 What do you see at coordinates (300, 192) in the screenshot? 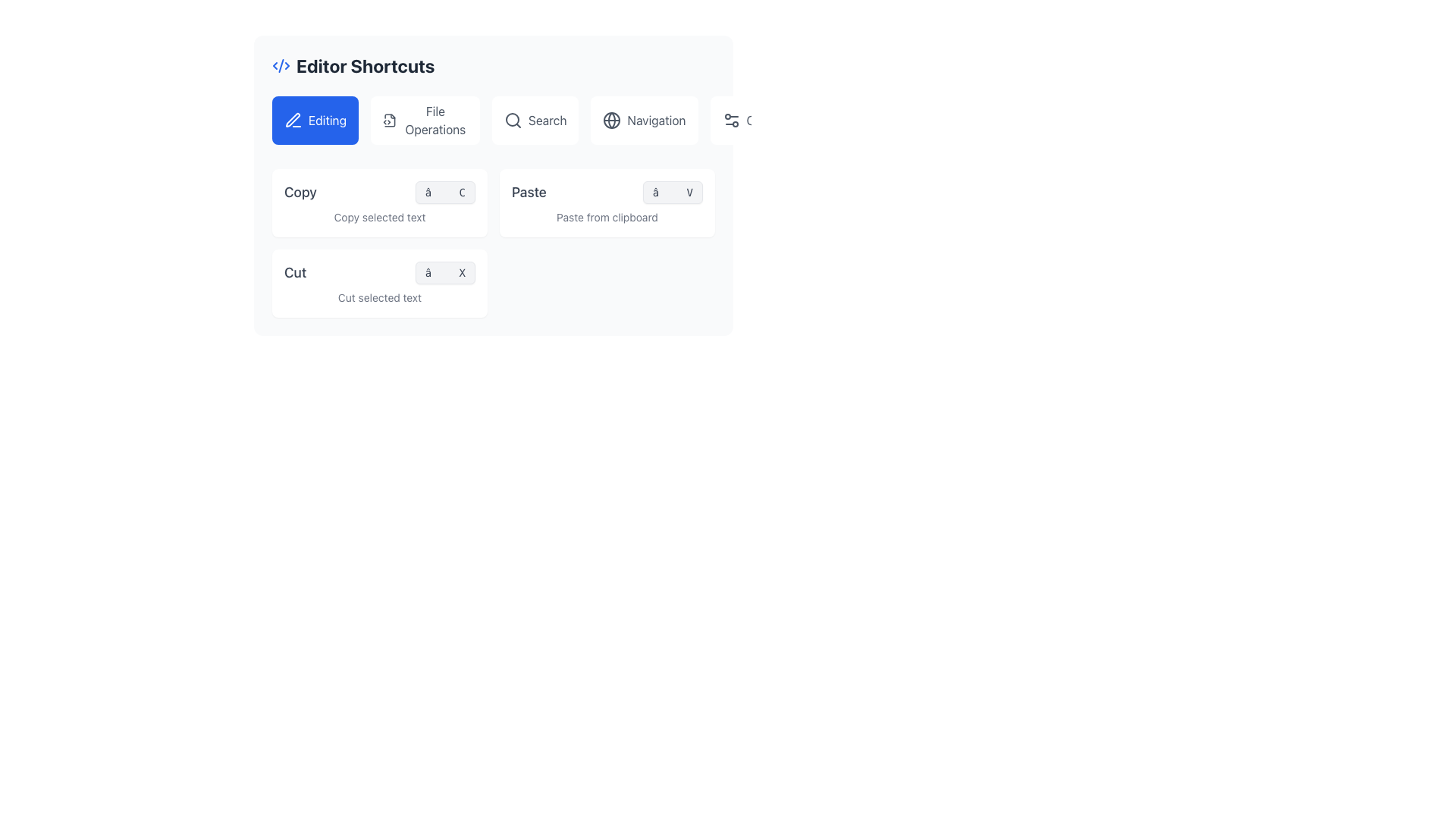
I see `the 'Copy' text label, which is bold and medium-sized, located within the 'Editor Shortcuts' block, positioned near the shortcut symbol '⌘ C'` at bounding box center [300, 192].